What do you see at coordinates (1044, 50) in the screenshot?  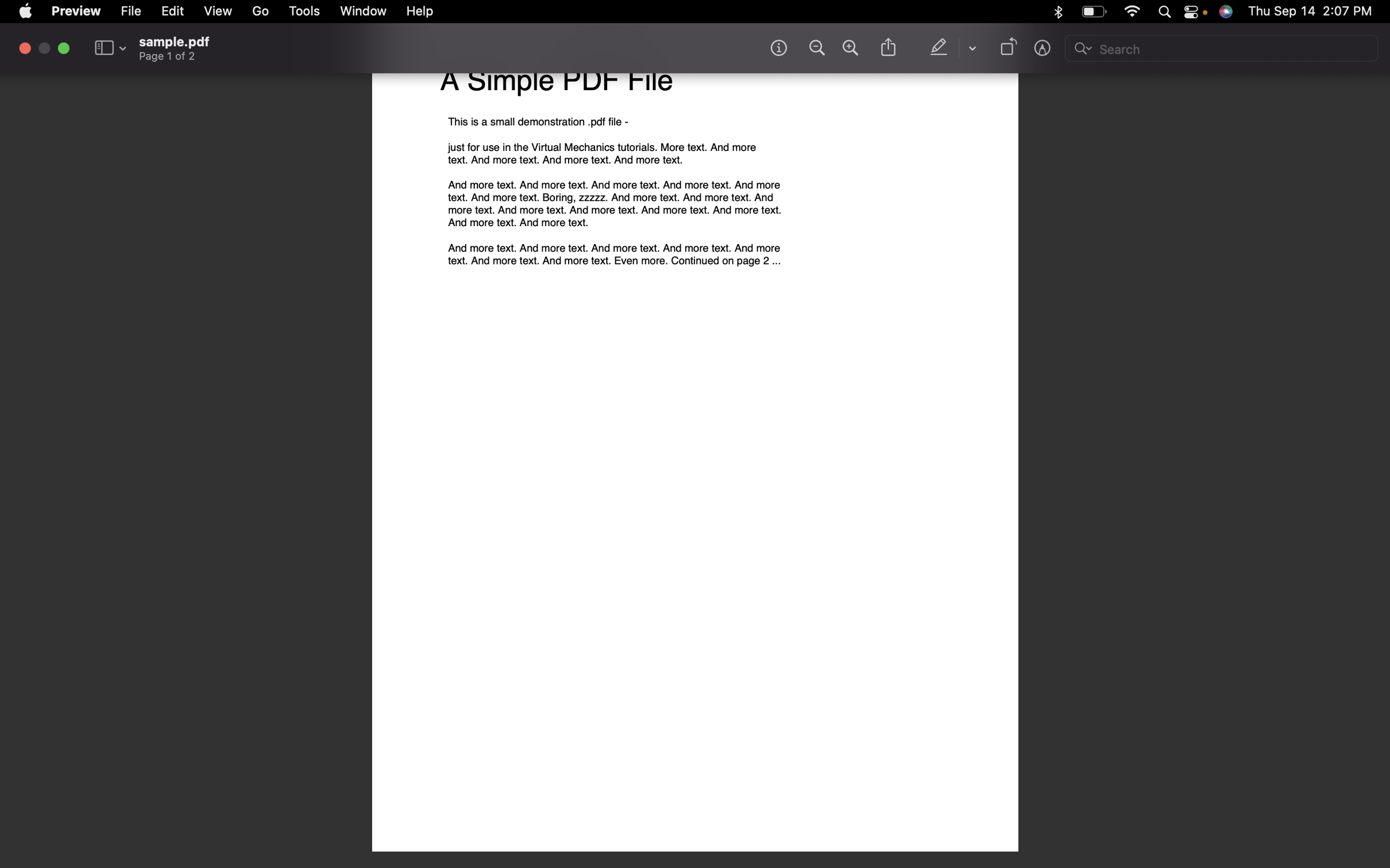 I see `Actuate the markup toolbar` at bounding box center [1044, 50].